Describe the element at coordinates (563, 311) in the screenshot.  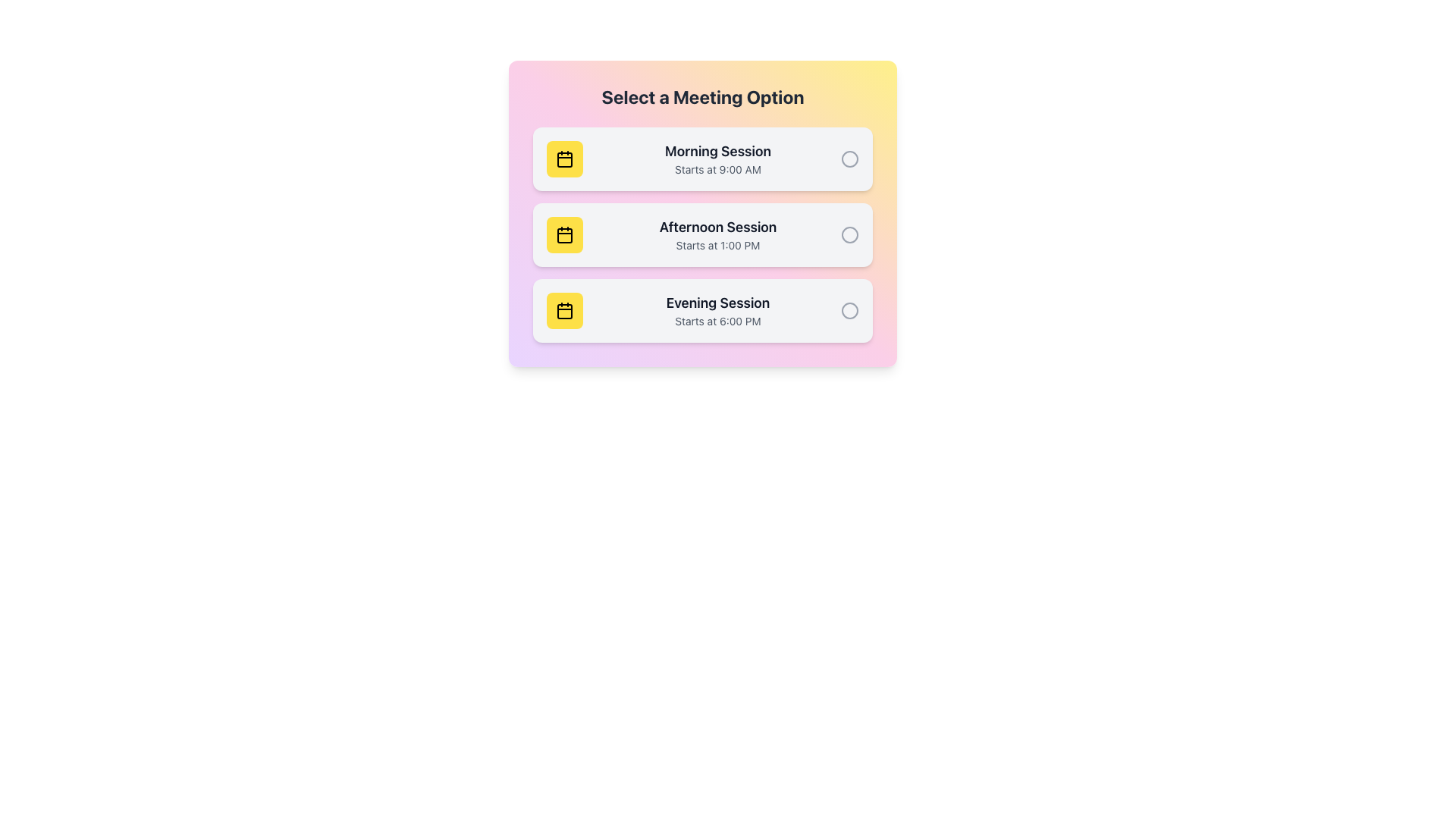
I see `the calendar icon component with a yellow background located in the top-left corner of the 'Evening Session' meeting option card` at that location.